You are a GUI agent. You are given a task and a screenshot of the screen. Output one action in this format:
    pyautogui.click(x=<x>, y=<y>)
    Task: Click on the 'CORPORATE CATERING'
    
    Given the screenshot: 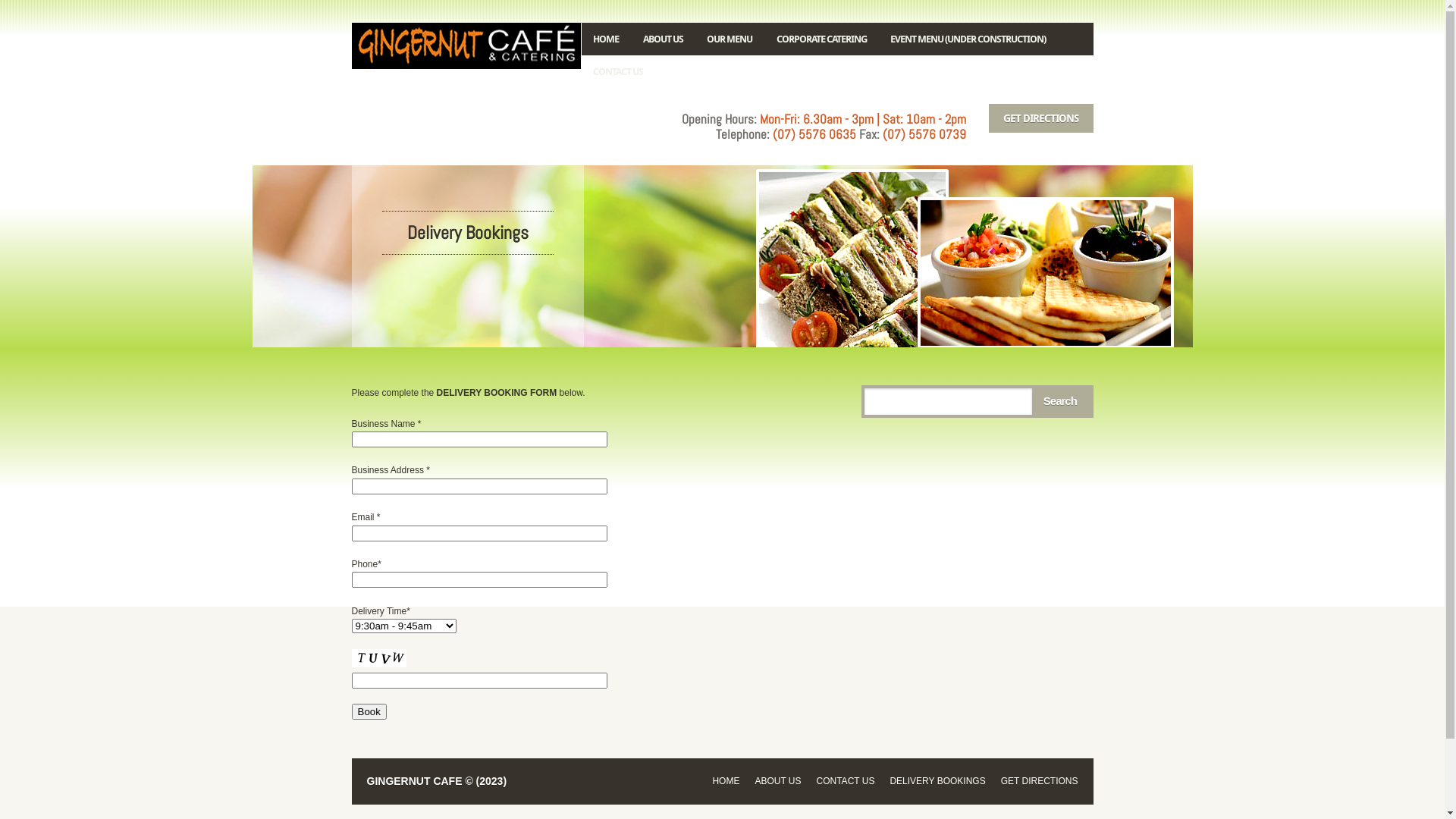 What is the action you would take?
    pyautogui.click(x=764, y=38)
    